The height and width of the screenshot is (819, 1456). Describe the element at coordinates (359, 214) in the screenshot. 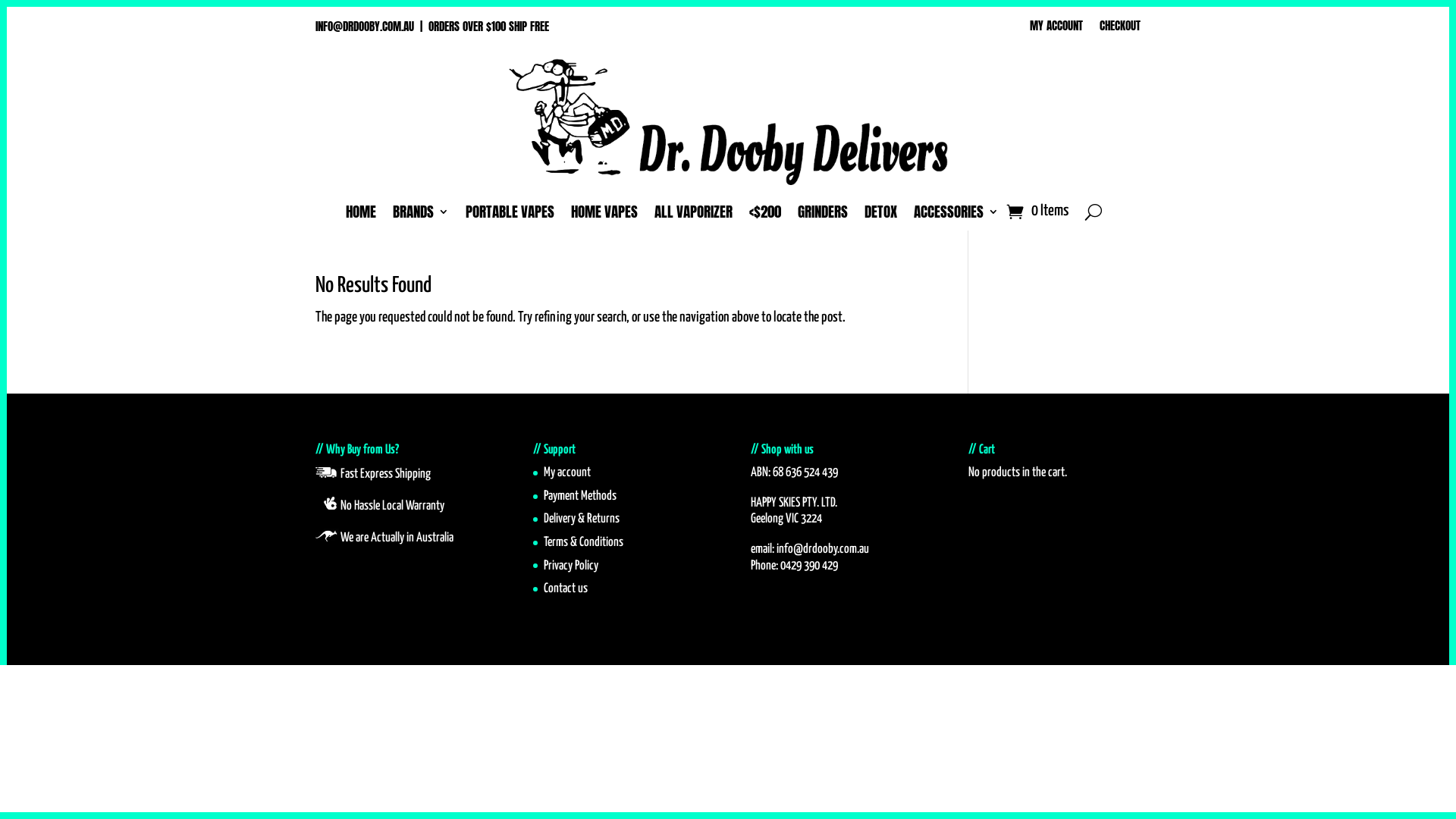

I see `'HOME'` at that location.